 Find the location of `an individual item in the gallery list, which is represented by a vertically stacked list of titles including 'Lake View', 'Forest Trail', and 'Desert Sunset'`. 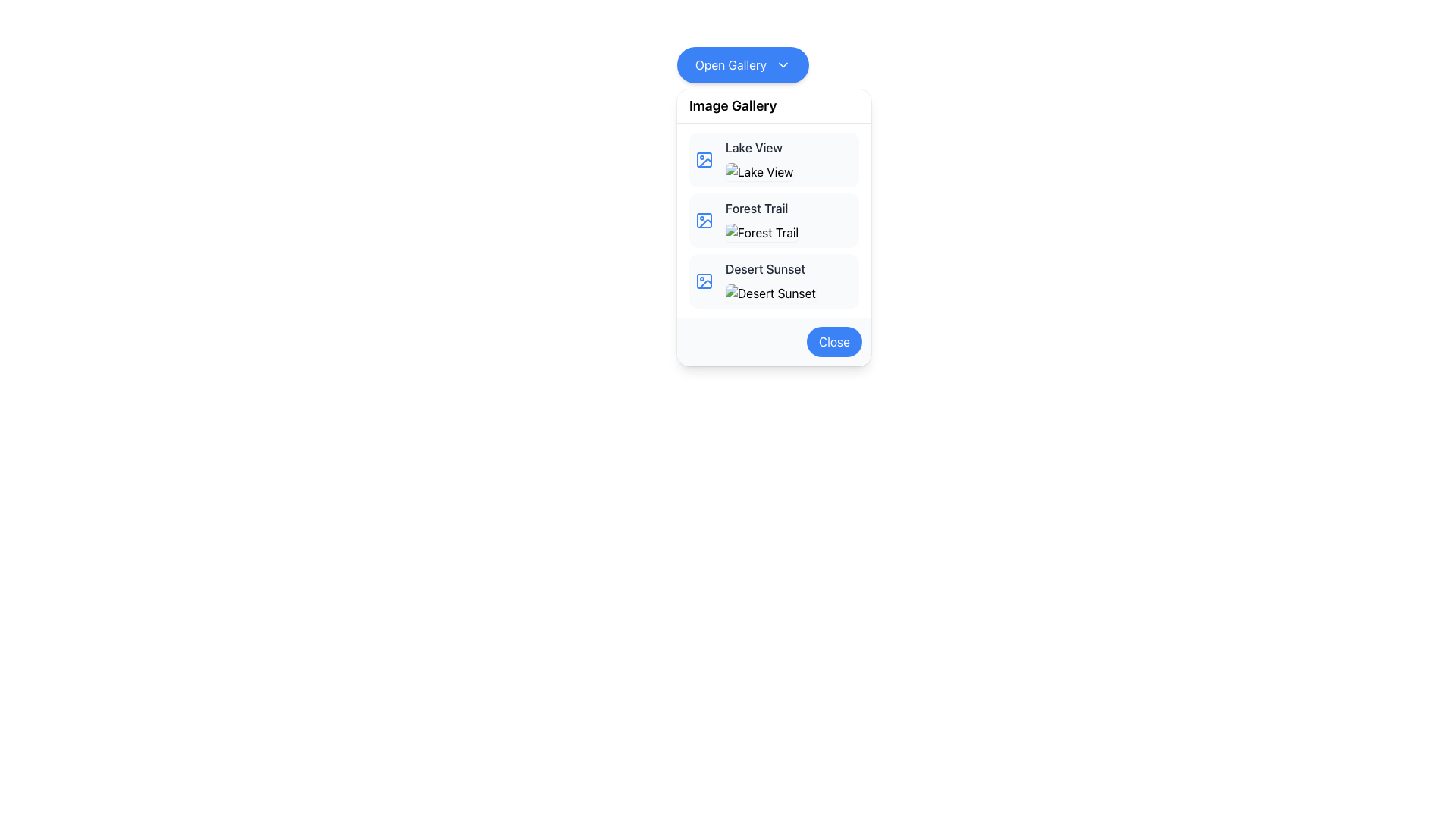

an individual item in the gallery list, which is represented by a vertically stacked list of titles including 'Lake View', 'Forest Trail', and 'Desert Sunset' is located at coordinates (773, 220).